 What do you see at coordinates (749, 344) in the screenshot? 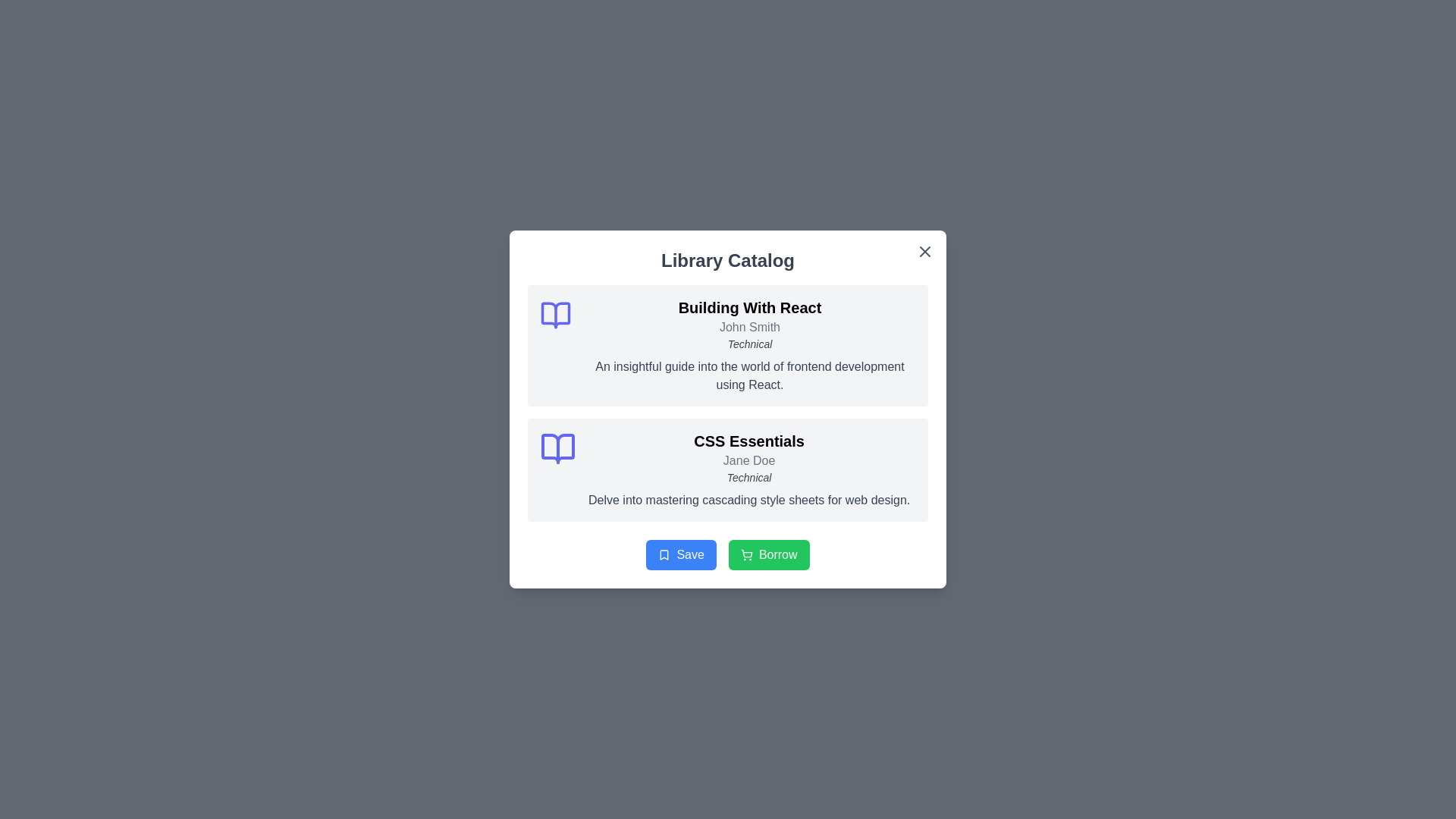
I see `text label located centrally beneath the title 'Building With React' and the name 'John Smith', which serves as a categorization for the topic` at bounding box center [749, 344].